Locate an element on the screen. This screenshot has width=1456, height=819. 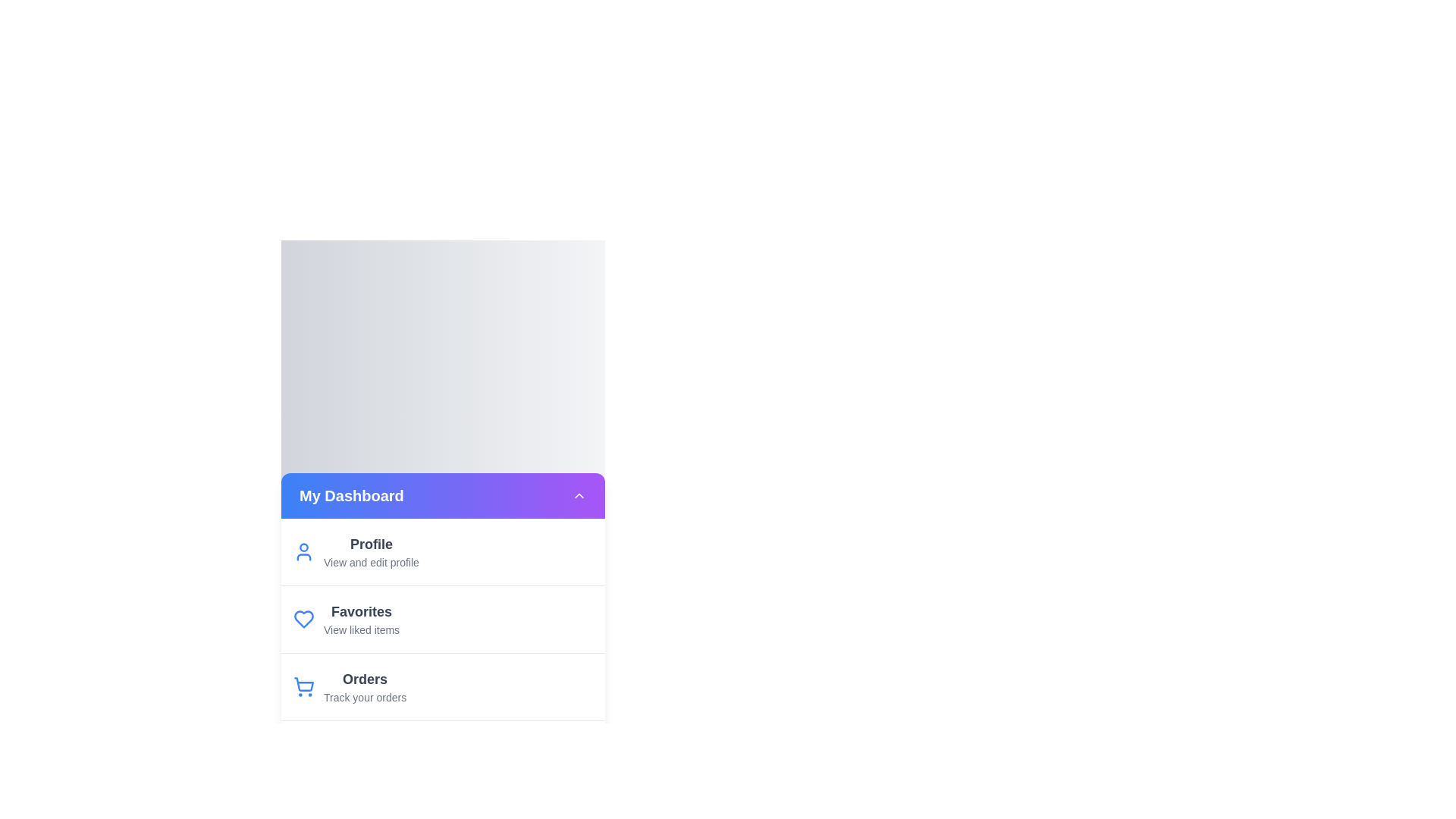
the menu item labeled Orders is located at coordinates (442, 686).